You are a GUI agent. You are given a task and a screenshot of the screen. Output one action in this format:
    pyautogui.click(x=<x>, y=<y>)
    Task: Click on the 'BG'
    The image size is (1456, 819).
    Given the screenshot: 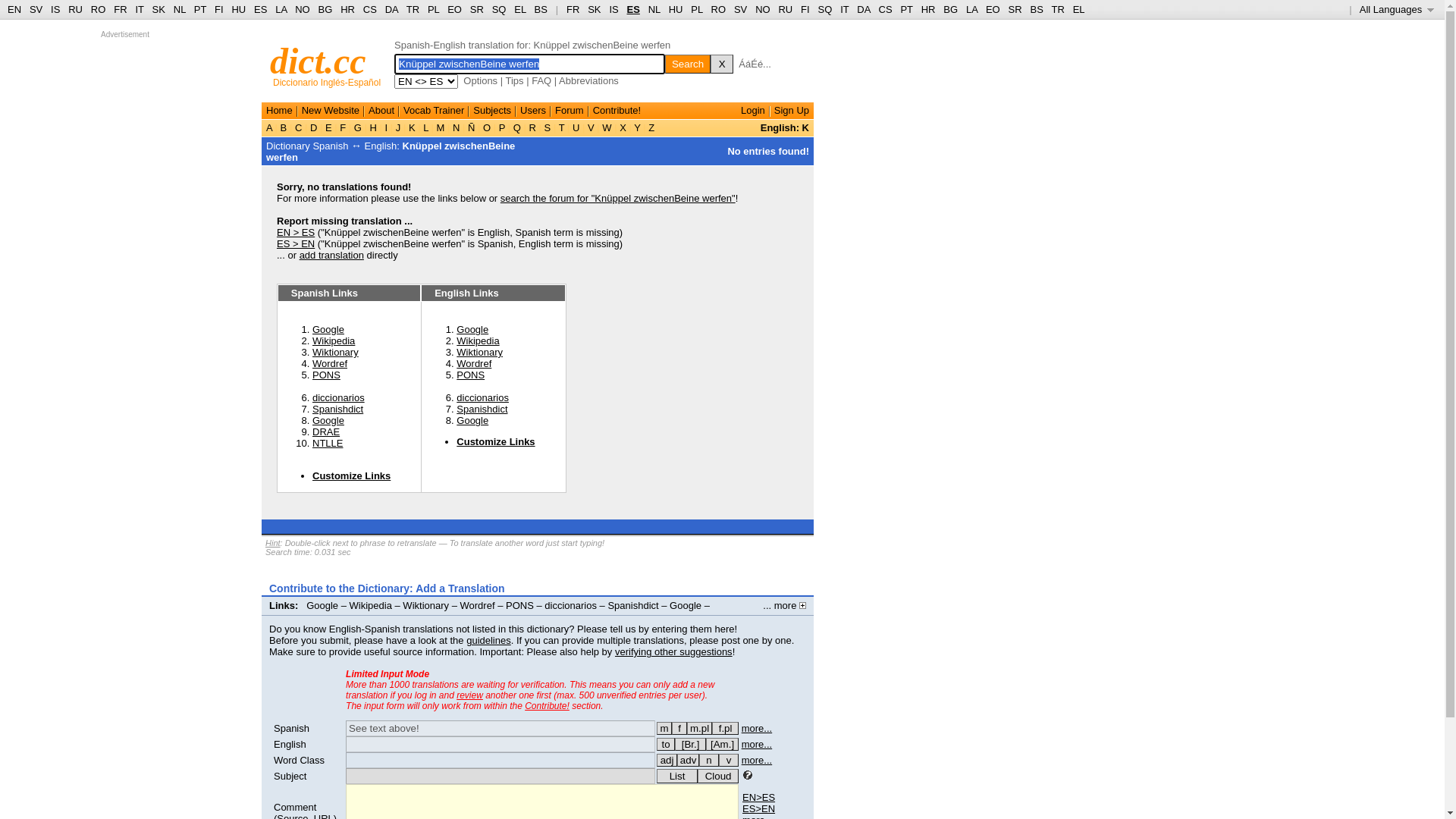 What is the action you would take?
    pyautogui.click(x=325, y=9)
    